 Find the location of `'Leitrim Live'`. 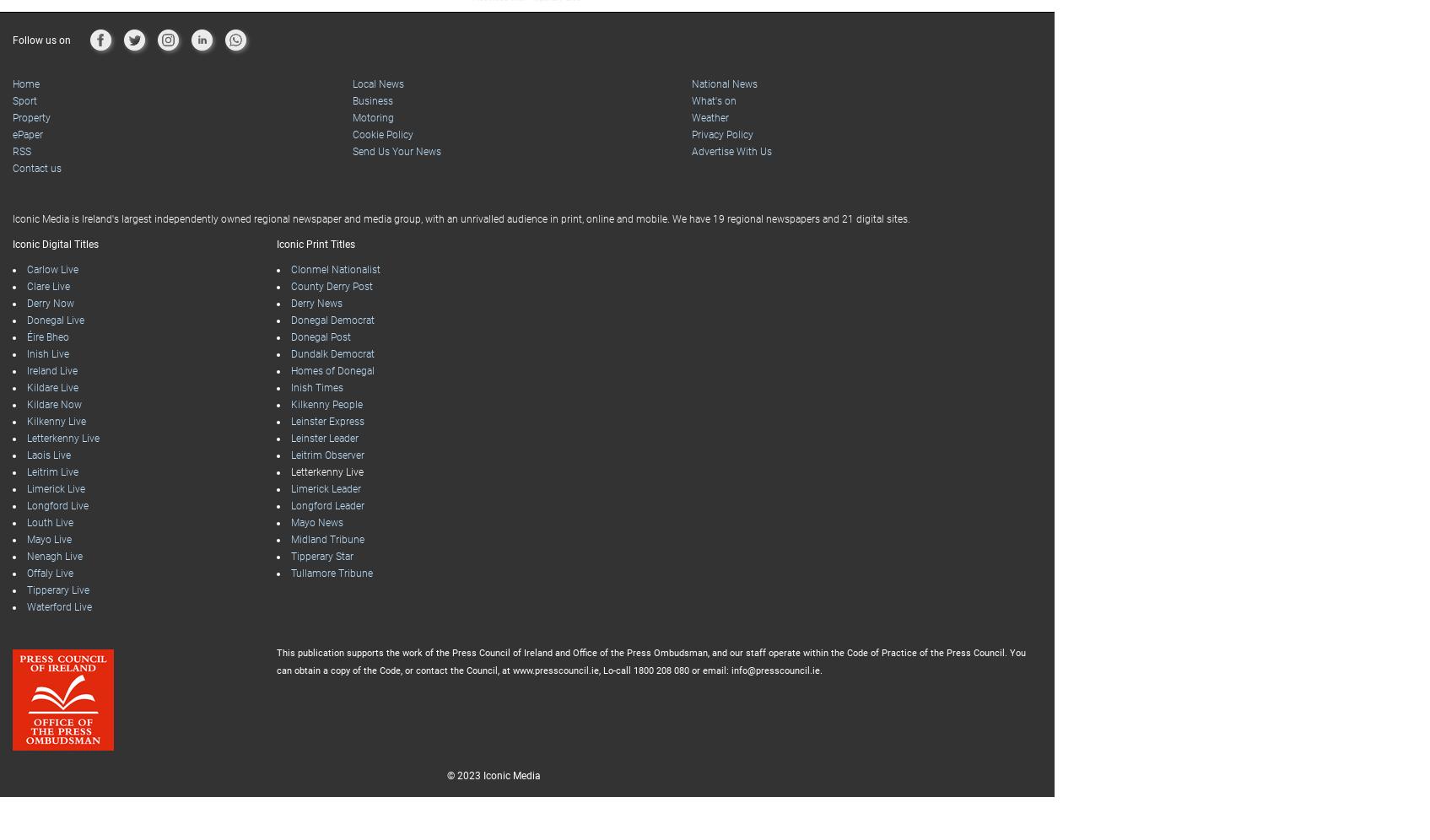

'Leitrim Live' is located at coordinates (27, 471).